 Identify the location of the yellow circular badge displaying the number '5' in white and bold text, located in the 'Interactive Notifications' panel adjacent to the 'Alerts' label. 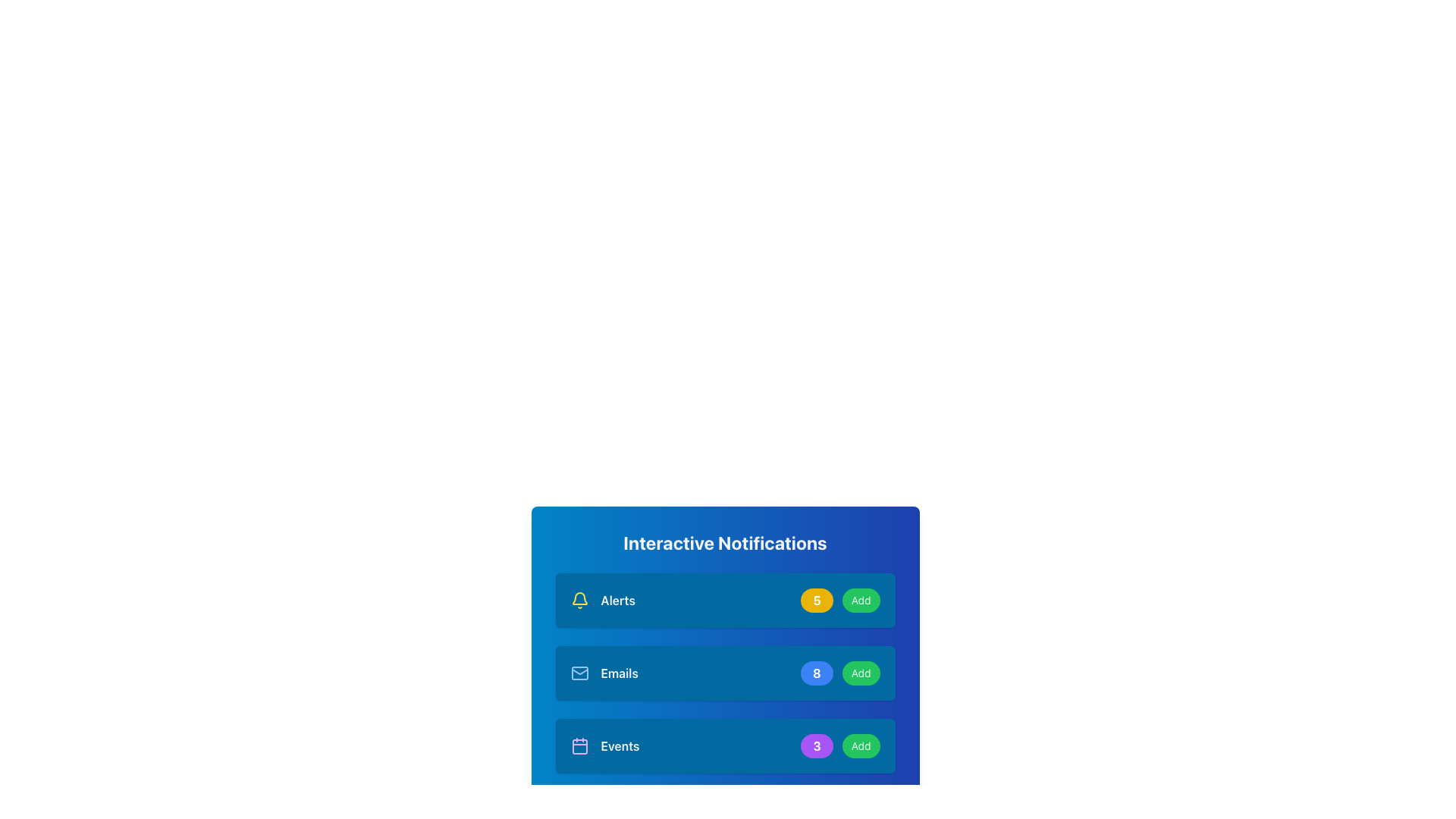
(816, 599).